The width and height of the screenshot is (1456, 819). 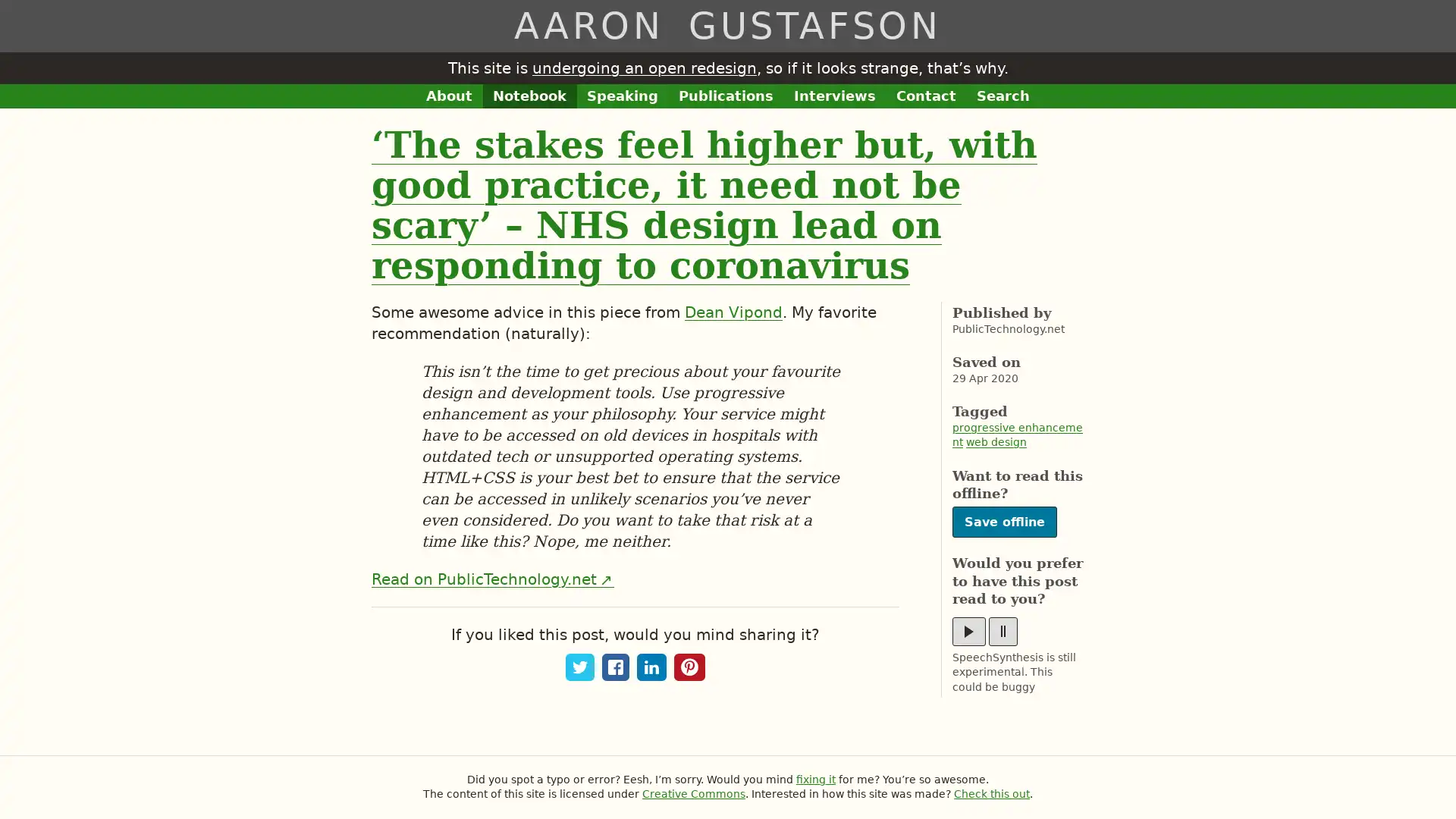 I want to click on Save offline, so click(x=1004, y=521).